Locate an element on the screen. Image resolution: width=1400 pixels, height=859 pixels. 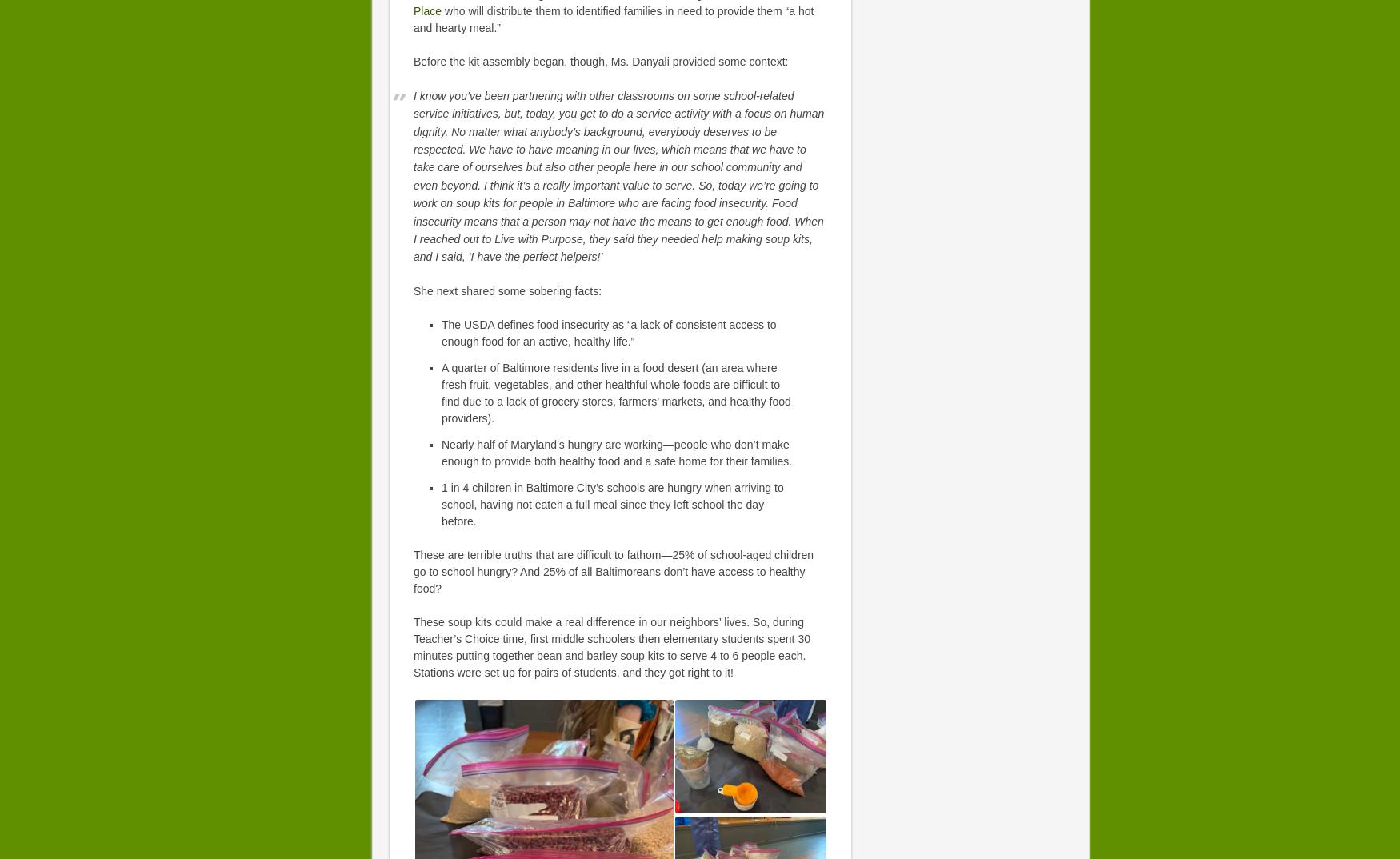
'The USDA defines food insecurity as “a lack of consistent access to enough food for an active, healthy life.”' is located at coordinates (608, 332).